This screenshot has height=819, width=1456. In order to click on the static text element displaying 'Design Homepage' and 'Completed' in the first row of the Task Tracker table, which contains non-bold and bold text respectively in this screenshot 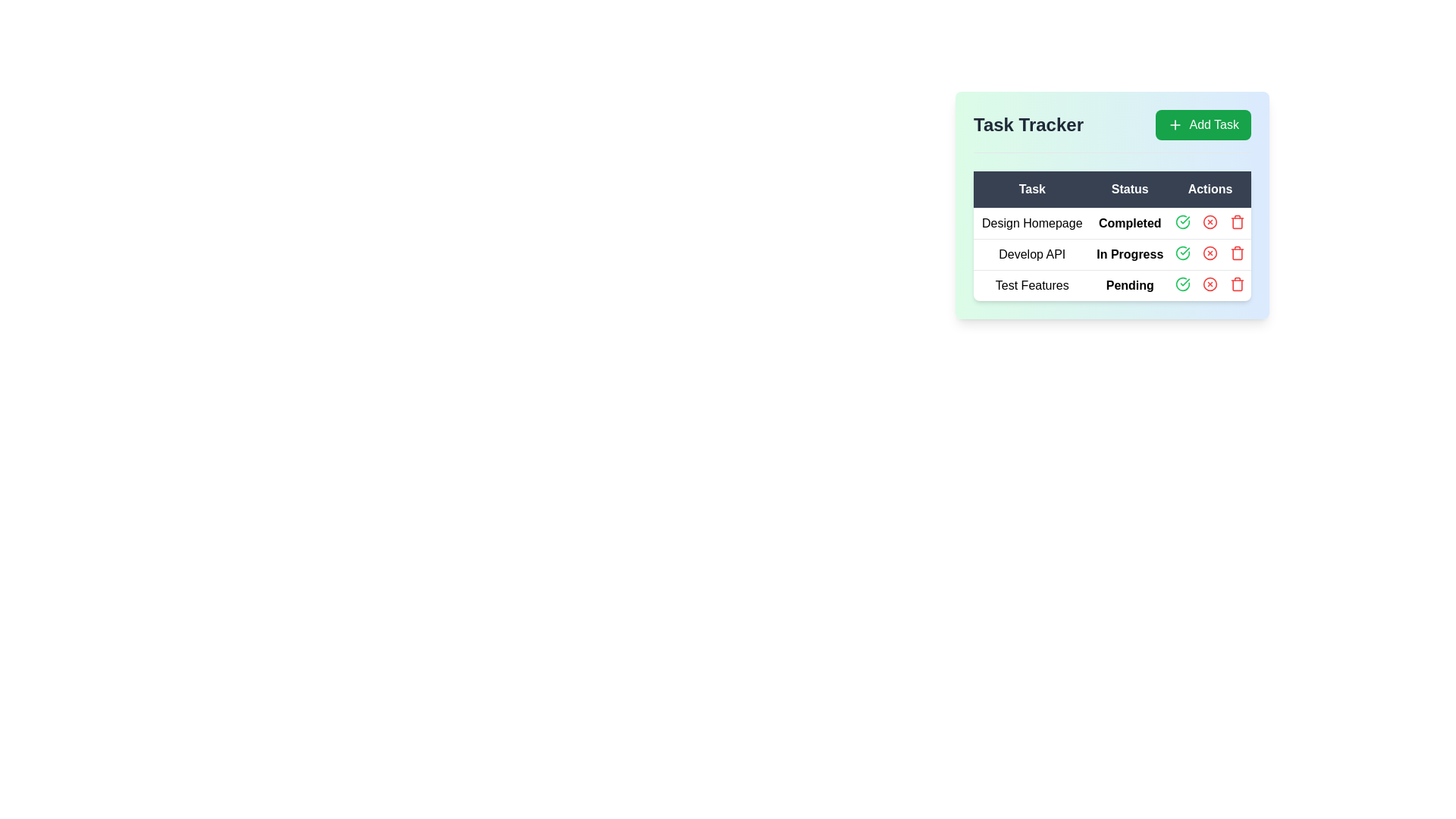, I will do `click(1112, 223)`.